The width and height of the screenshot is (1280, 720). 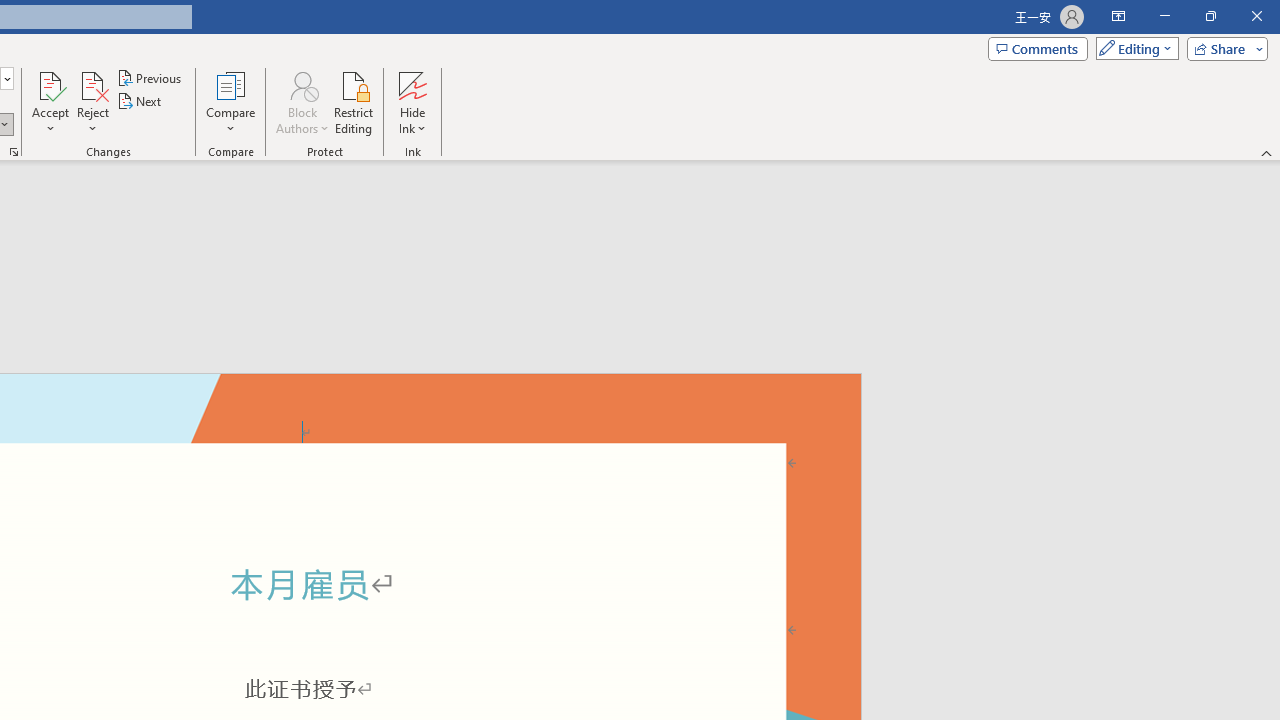 I want to click on 'Previous', so click(x=150, y=77).